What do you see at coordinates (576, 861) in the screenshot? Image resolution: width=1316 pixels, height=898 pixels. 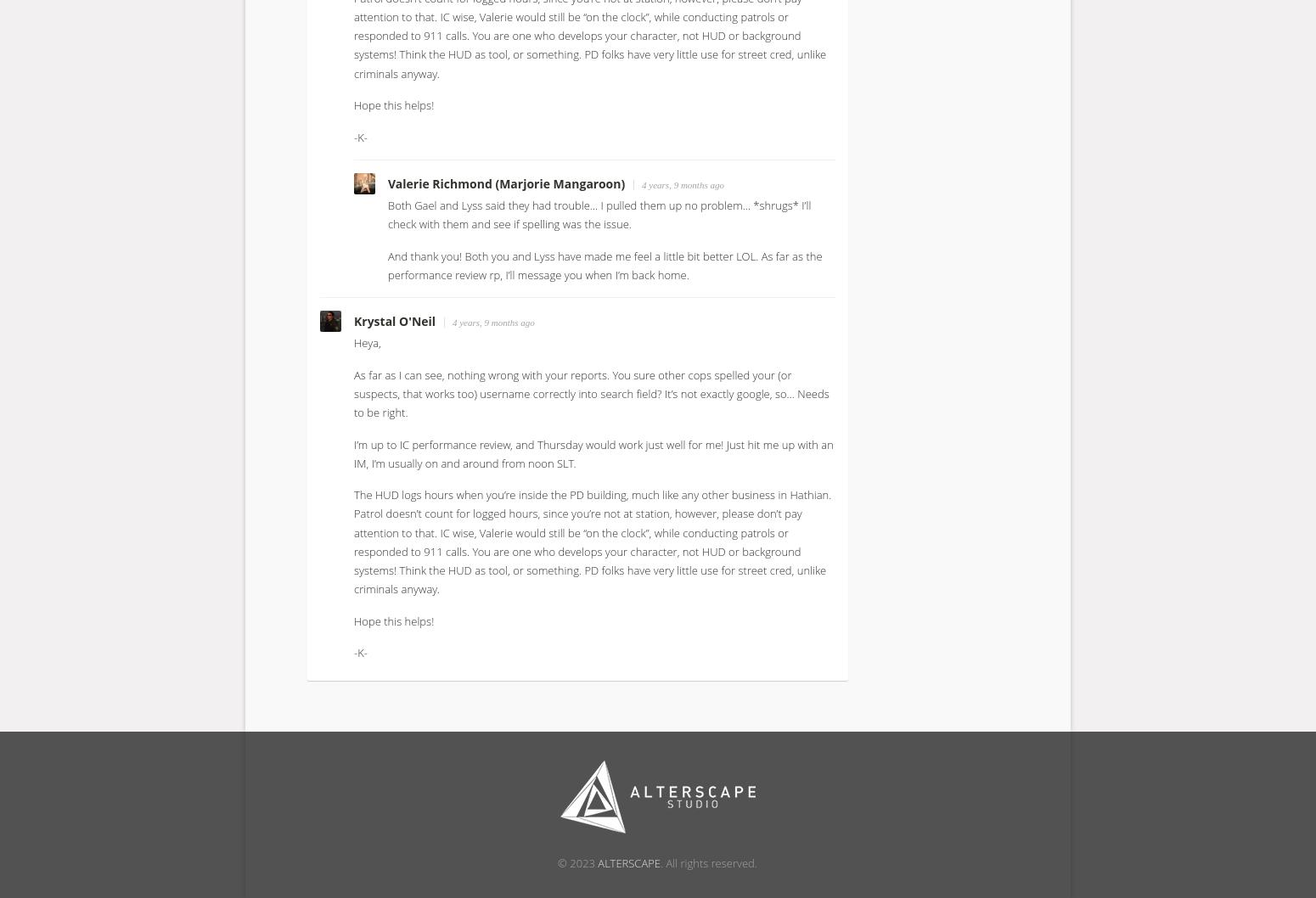 I see `'© 2023'` at bounding box center [576, 861].